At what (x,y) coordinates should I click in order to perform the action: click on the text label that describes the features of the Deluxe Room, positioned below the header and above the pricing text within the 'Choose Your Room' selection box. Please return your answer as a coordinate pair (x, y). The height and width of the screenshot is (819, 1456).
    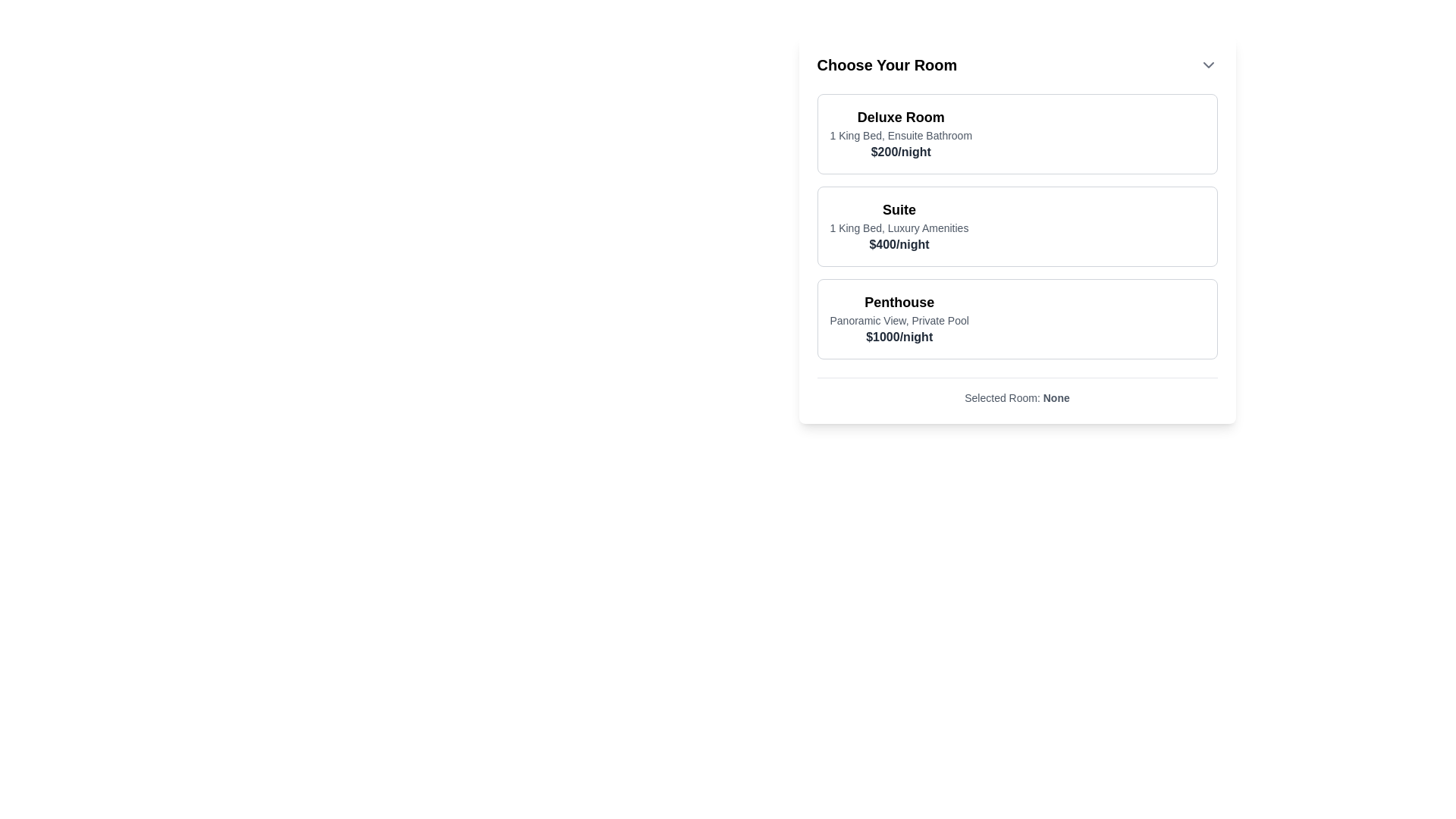
    Looking at the image, I should click on (901, 134).